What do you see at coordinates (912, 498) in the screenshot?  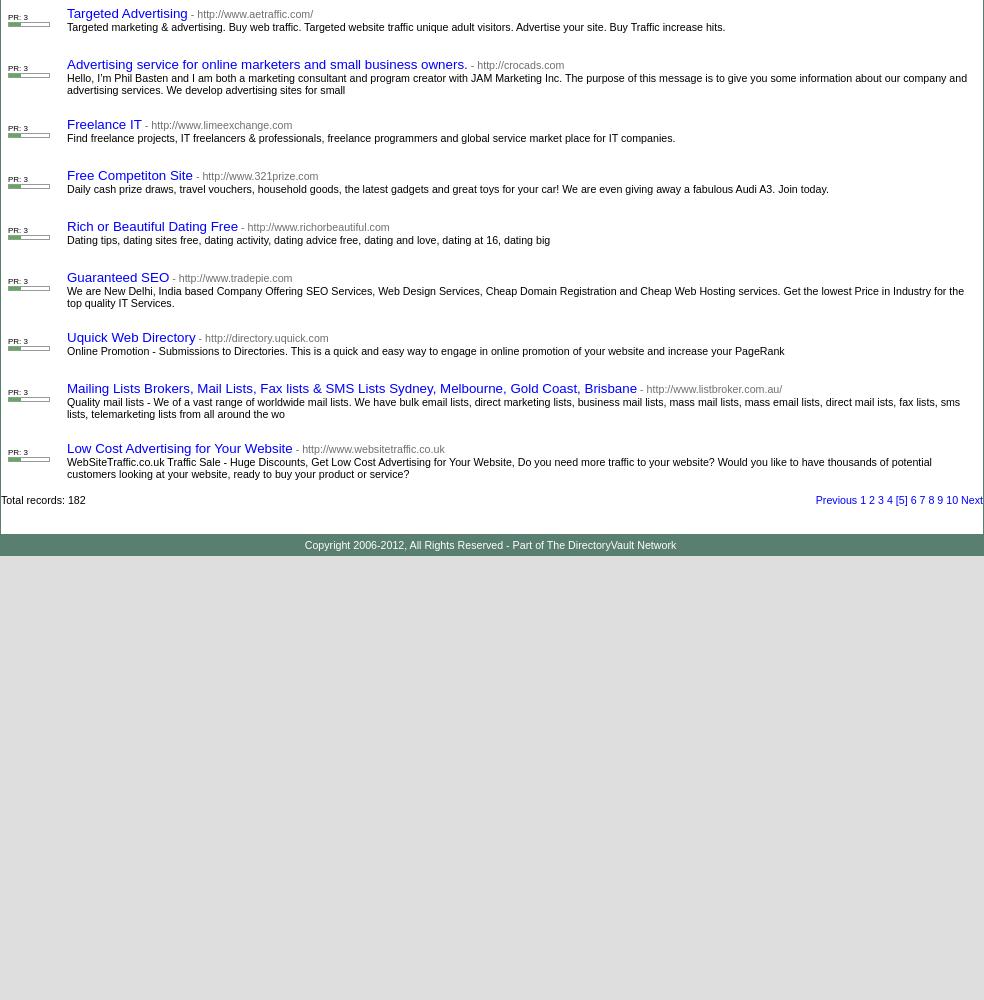 I see `'6'` at bounding box center [912, 498].